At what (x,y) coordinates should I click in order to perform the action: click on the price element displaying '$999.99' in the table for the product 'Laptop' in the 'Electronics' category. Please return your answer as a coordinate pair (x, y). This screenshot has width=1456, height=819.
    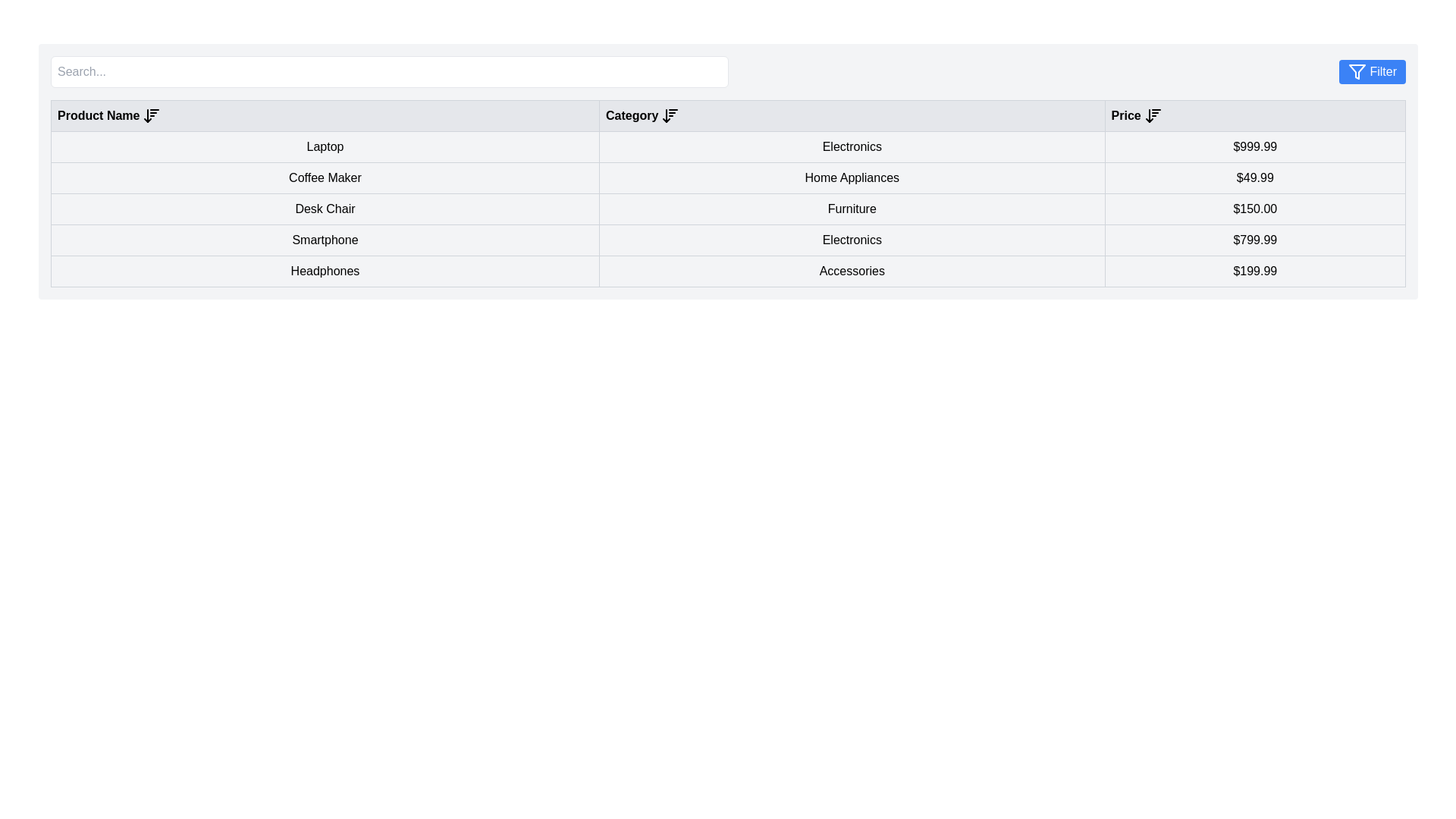
    Looking at the image, I should click on (1255, 146).